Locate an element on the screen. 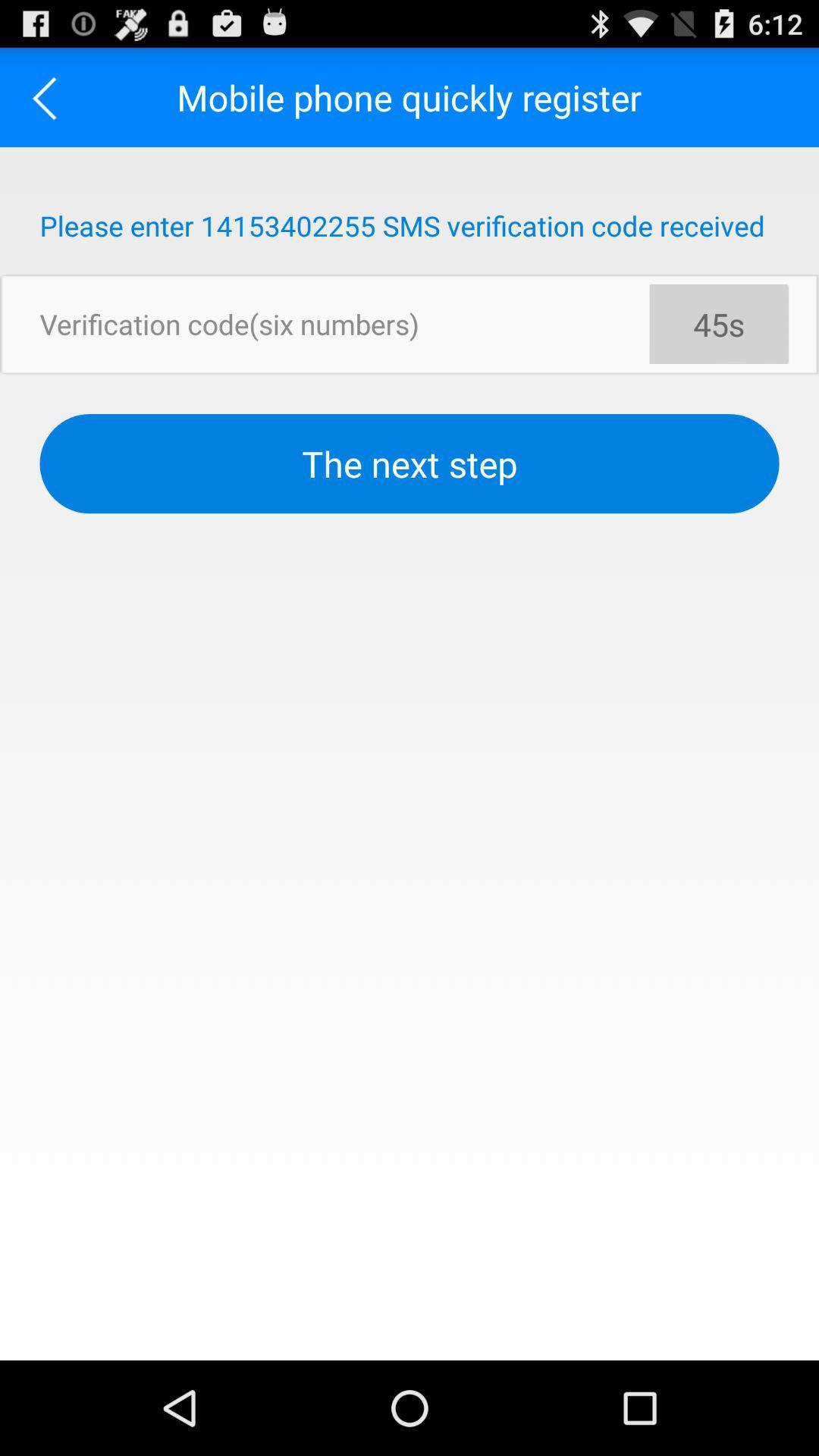 The image size is (819, 1456). the next step item is located at coordinates (409, 463).